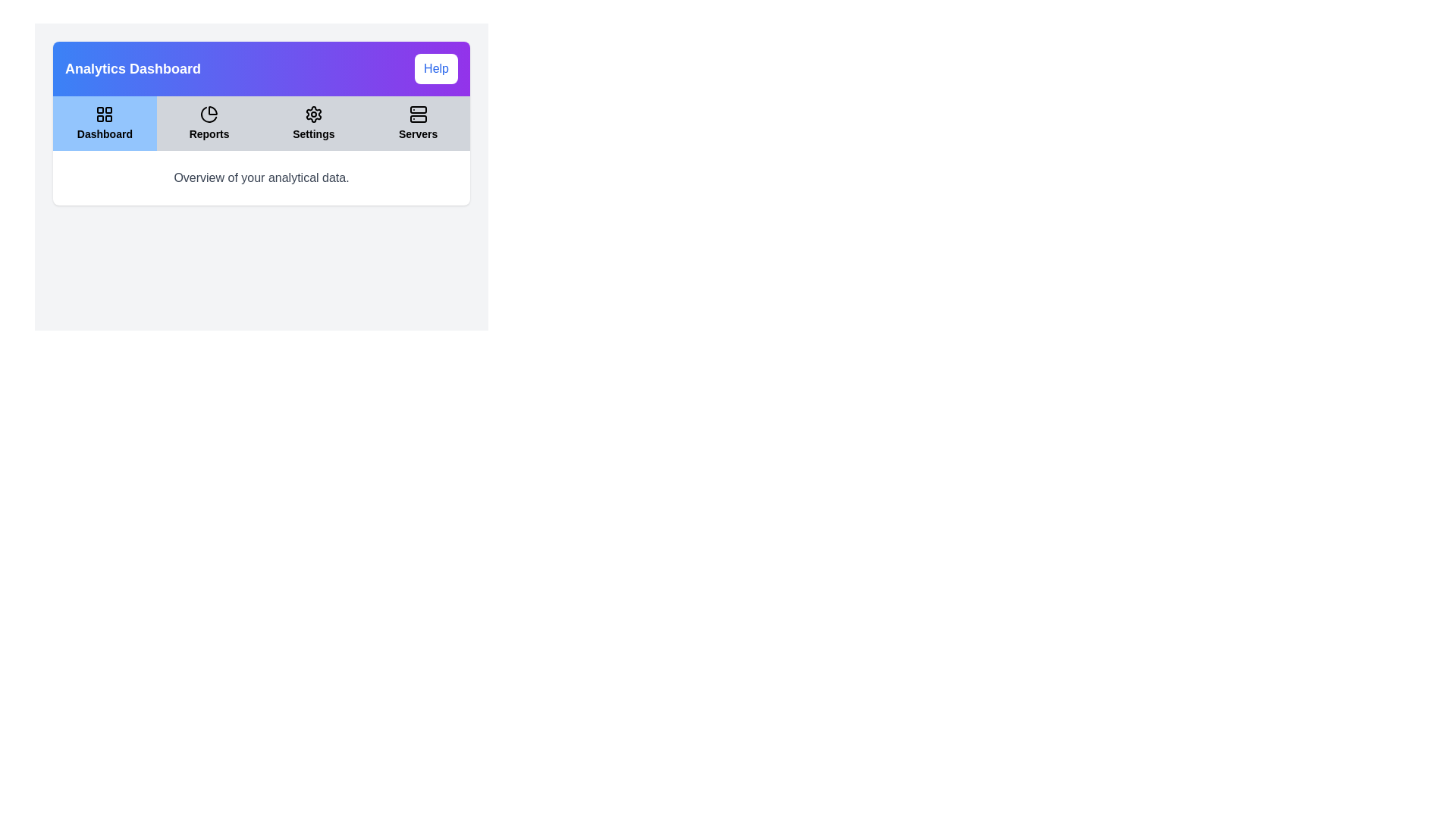 The image size is (1456, 819). I want to click on the navigation button for Reports, the second button from the left in the horizontal menu bar below the header, so click(209, 122).